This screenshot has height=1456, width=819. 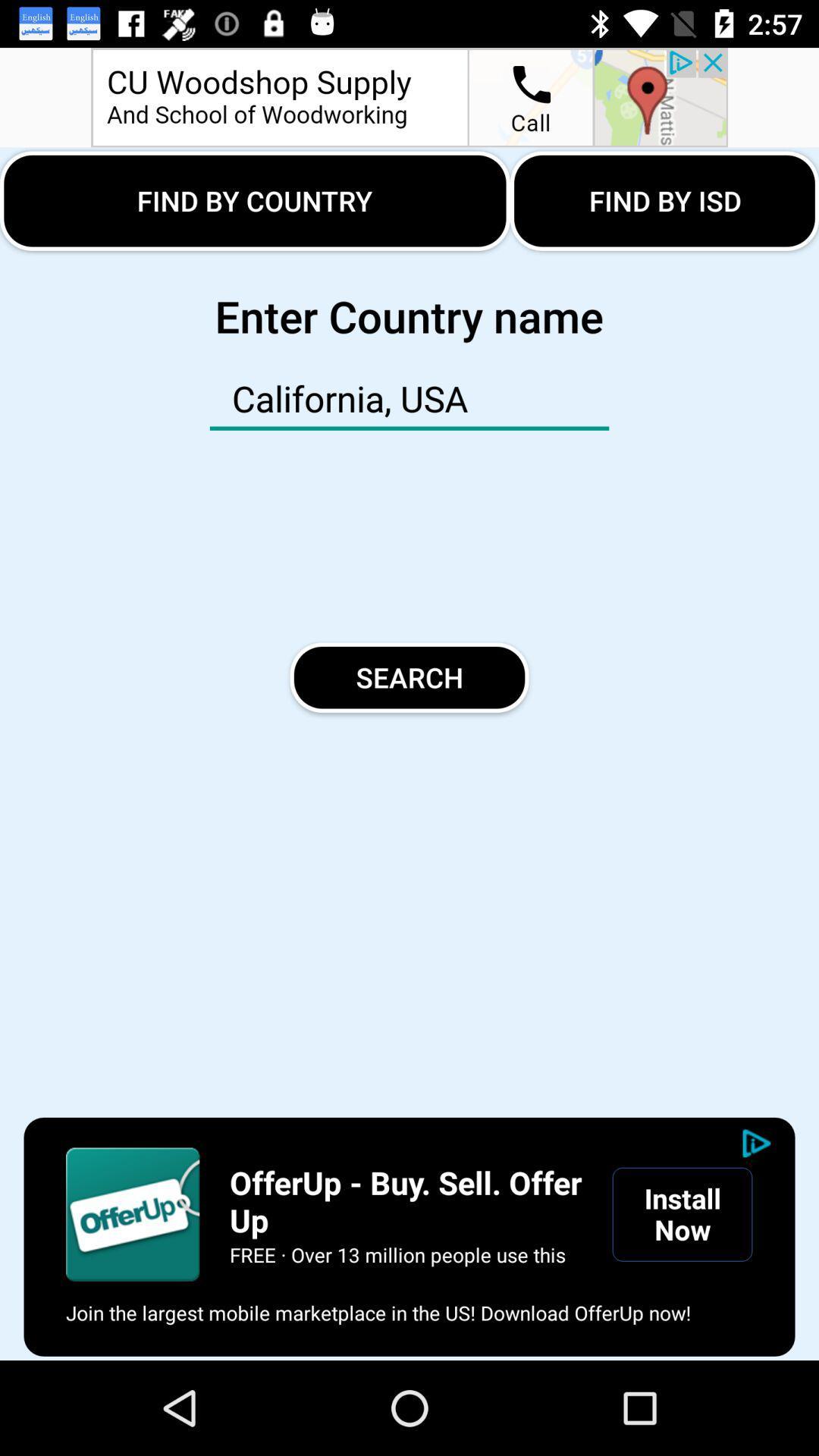 What do you see at coordinates (409, 96) in the screenshot?
I see `the advertisement` at bounding box center [409, 96].